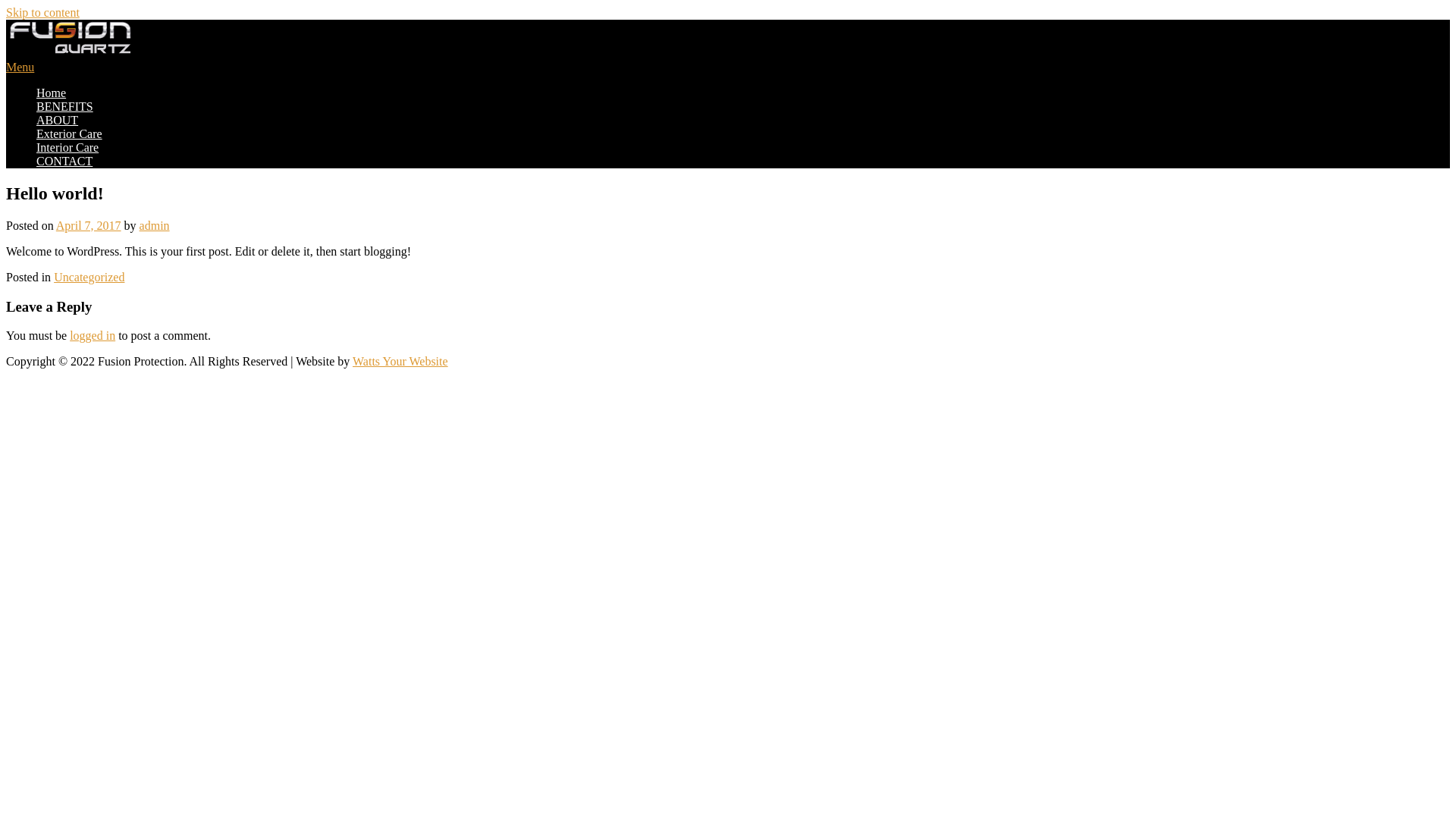 The image size is (1456, 819). I want to click on 'Uncategorized', so click(54, 277).